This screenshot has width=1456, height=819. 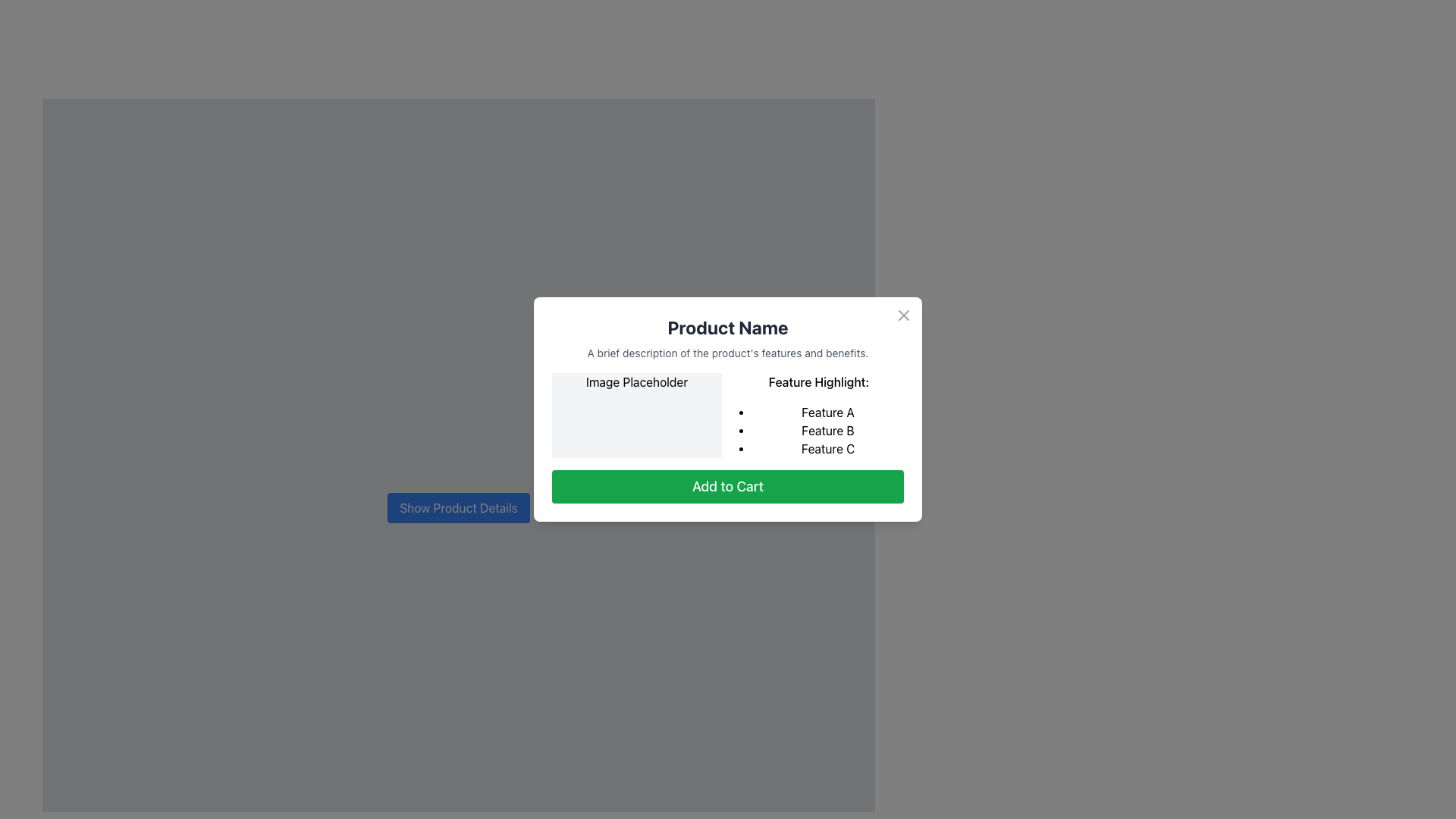 What do you see at coordinates (818, 381) in the screenshot?
I see `the text label reading 'Feature Highlight:'` at bounding box center [818, 381].